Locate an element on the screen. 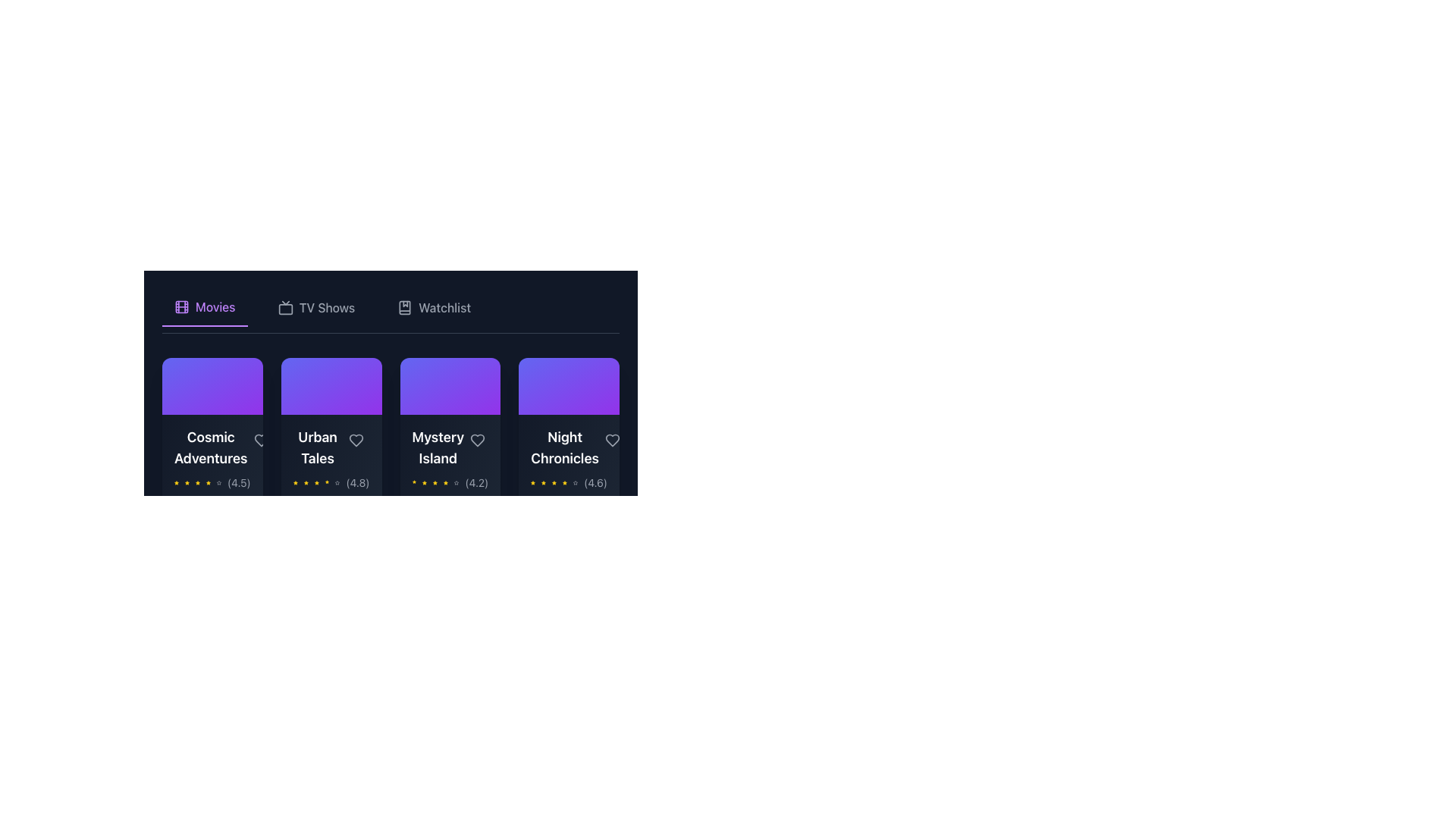 This screenshot has height=819, width=1456. the composite element containing star icons and the rating value '(4.2)' located beneath the title 'Mystery Island' in the movie card component is located at coordinates (449, 482).